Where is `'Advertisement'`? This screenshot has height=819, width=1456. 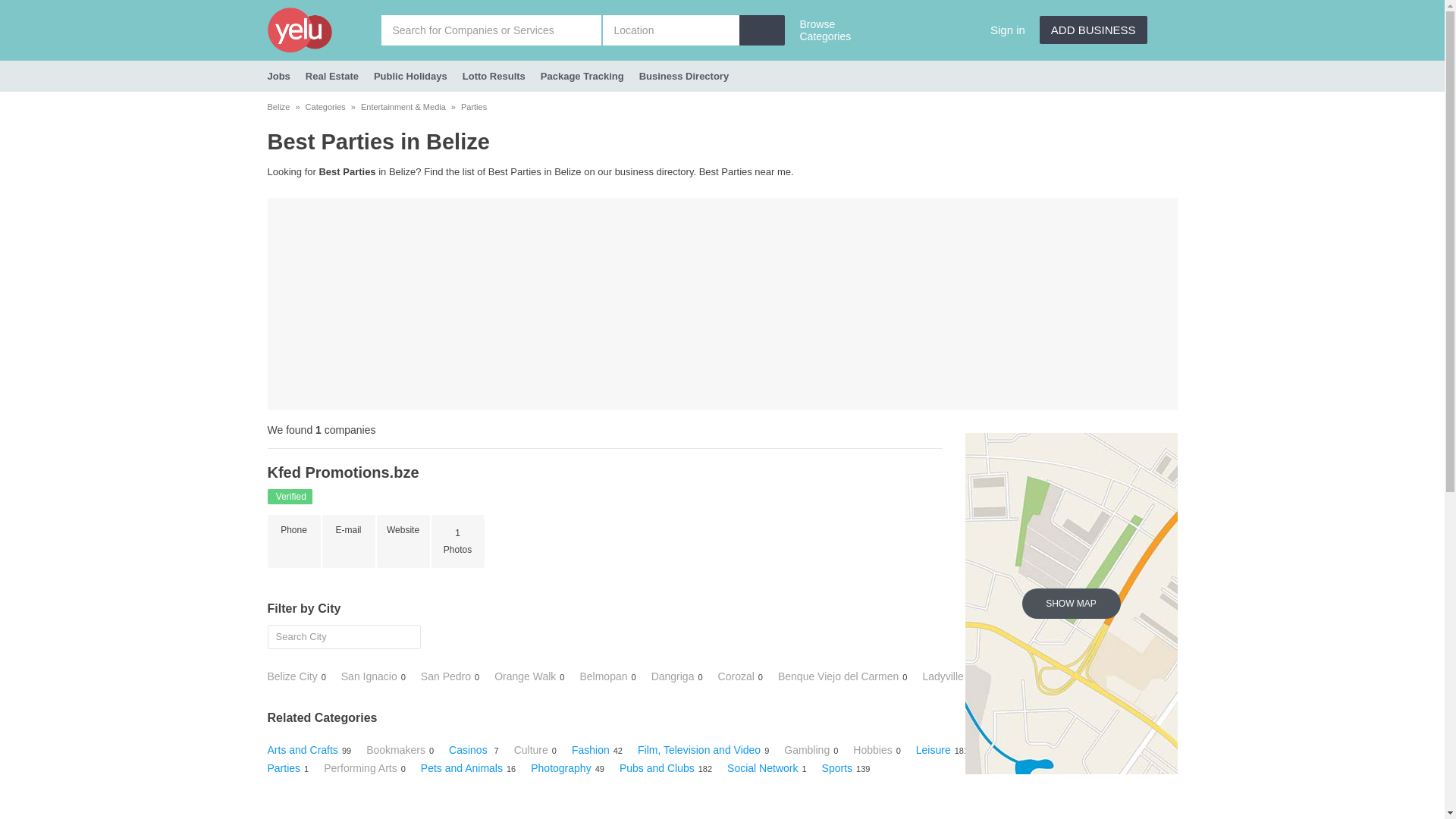
'Advertisement' is located at coordinates (720, 304).